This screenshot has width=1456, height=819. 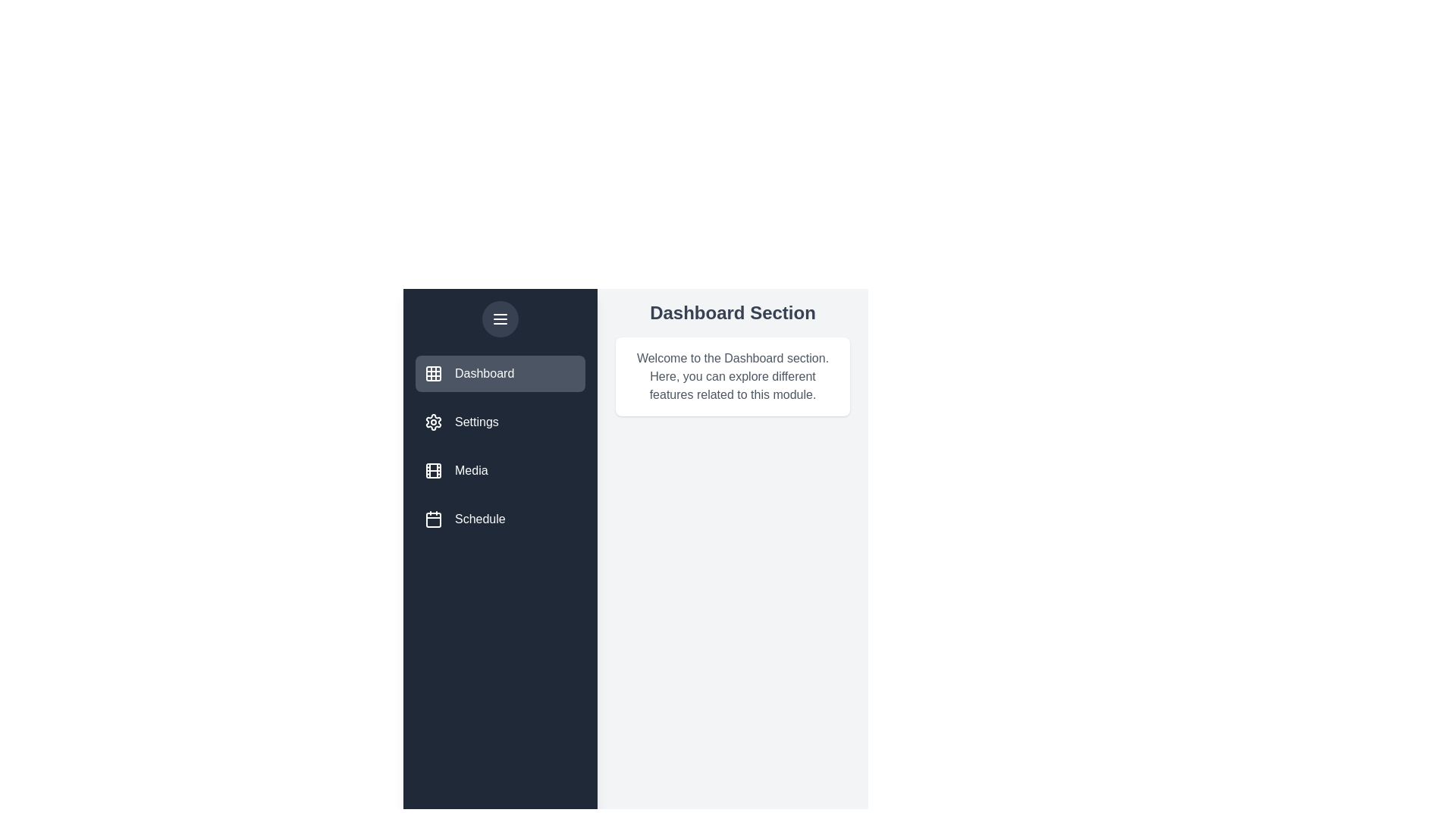 I want to click on the menu item corresponding to the section Schedule to select it, so click(x=500, y=519).